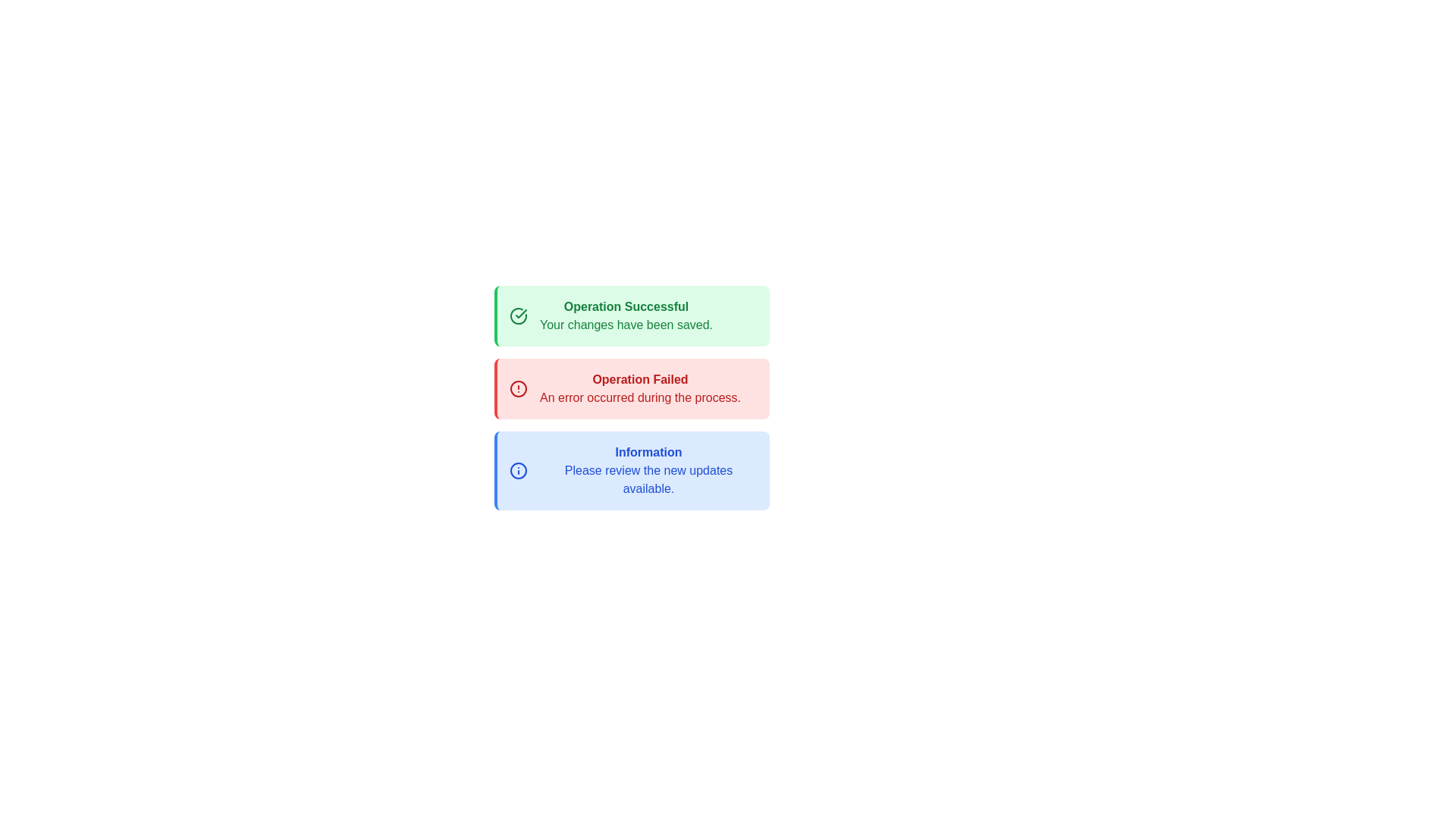  Describe the element at coordinates (519, 315) in the screenshot. I see `the success indicator icon located within the topmost notification card, to the left of the 'Operation Successful' message` at that location.